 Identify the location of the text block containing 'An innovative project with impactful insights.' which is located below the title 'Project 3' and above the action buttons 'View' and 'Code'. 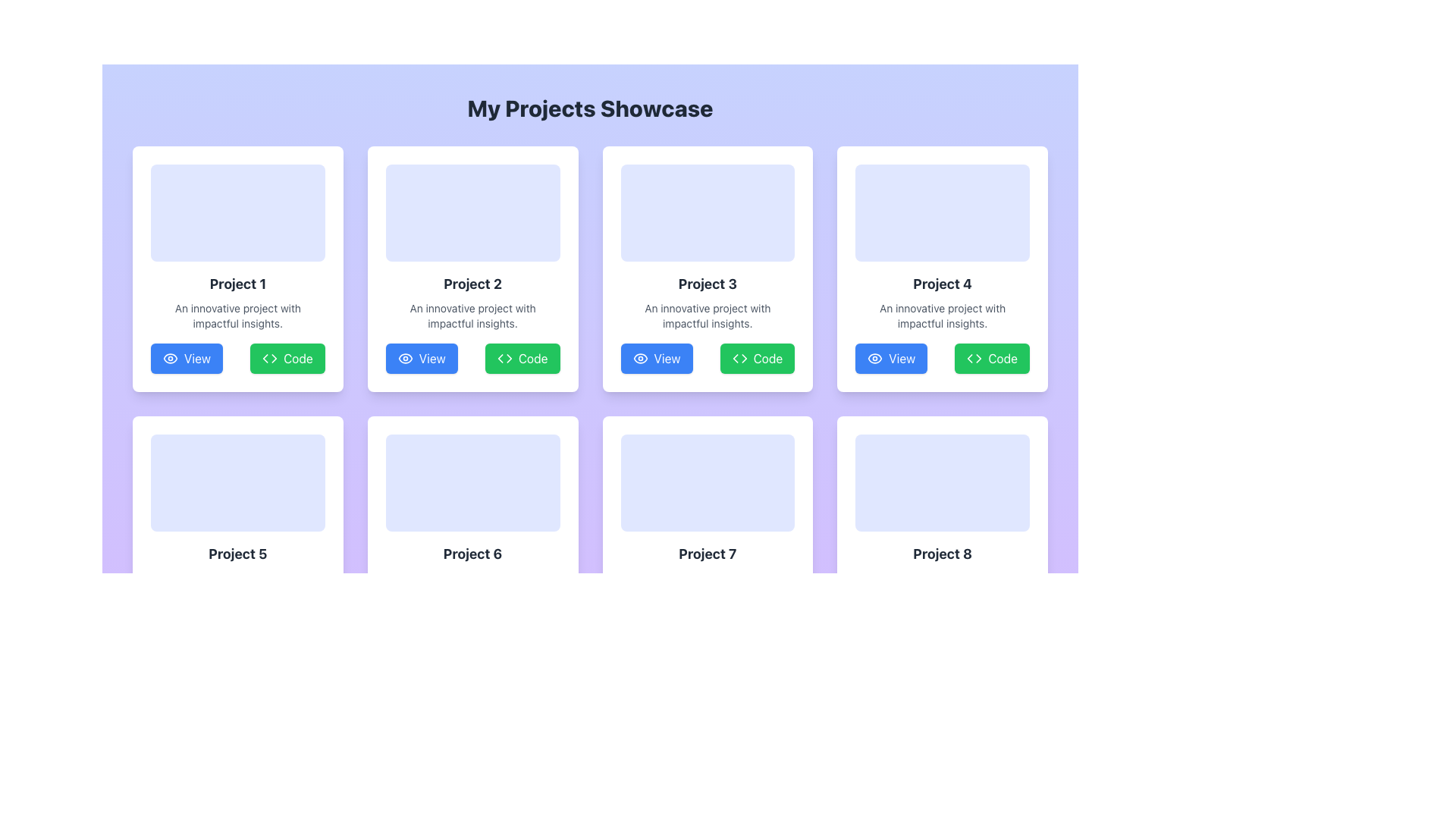
(707, 315).